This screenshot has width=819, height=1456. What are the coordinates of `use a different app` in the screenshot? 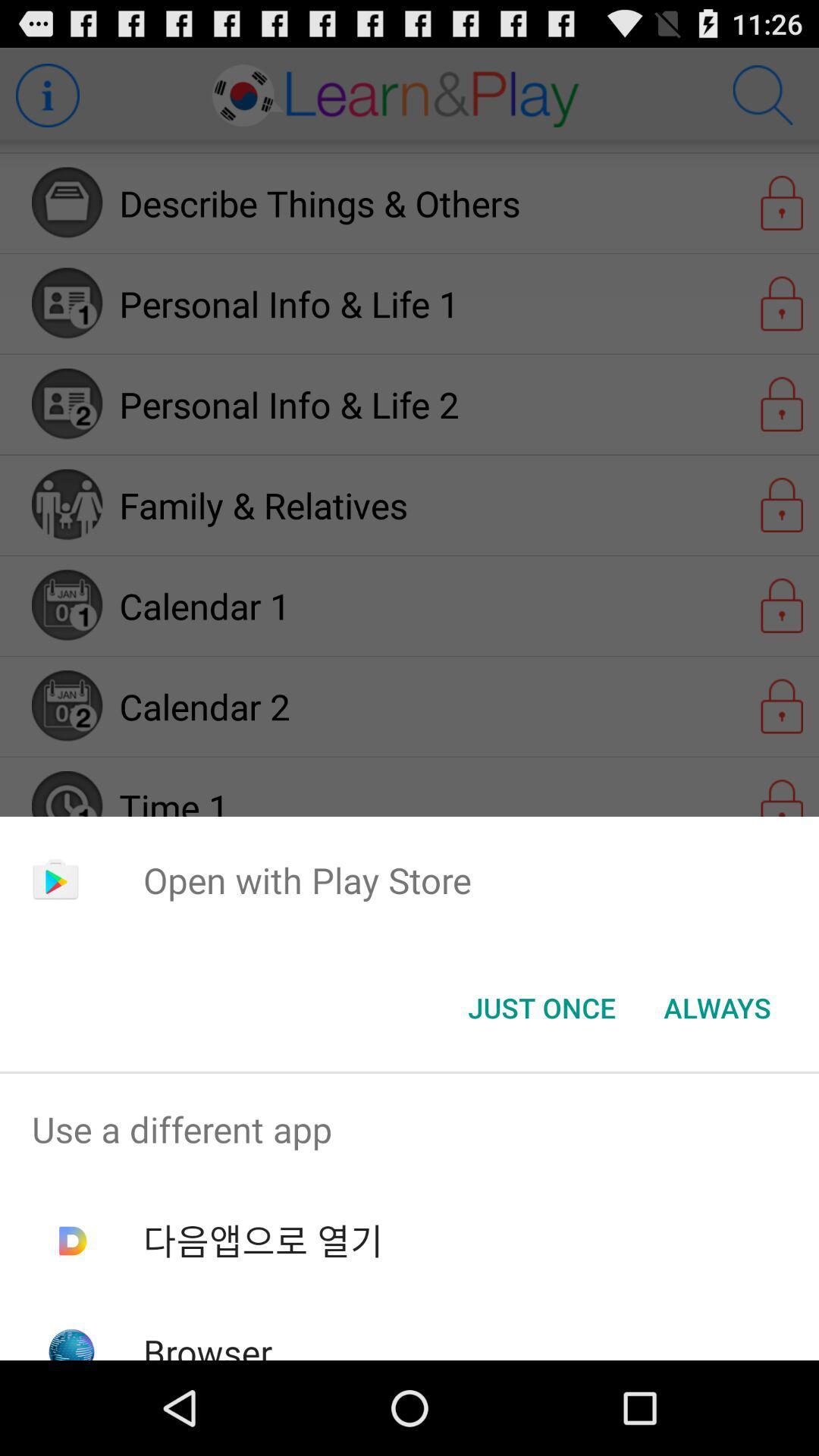 It's located at (409, 1129).